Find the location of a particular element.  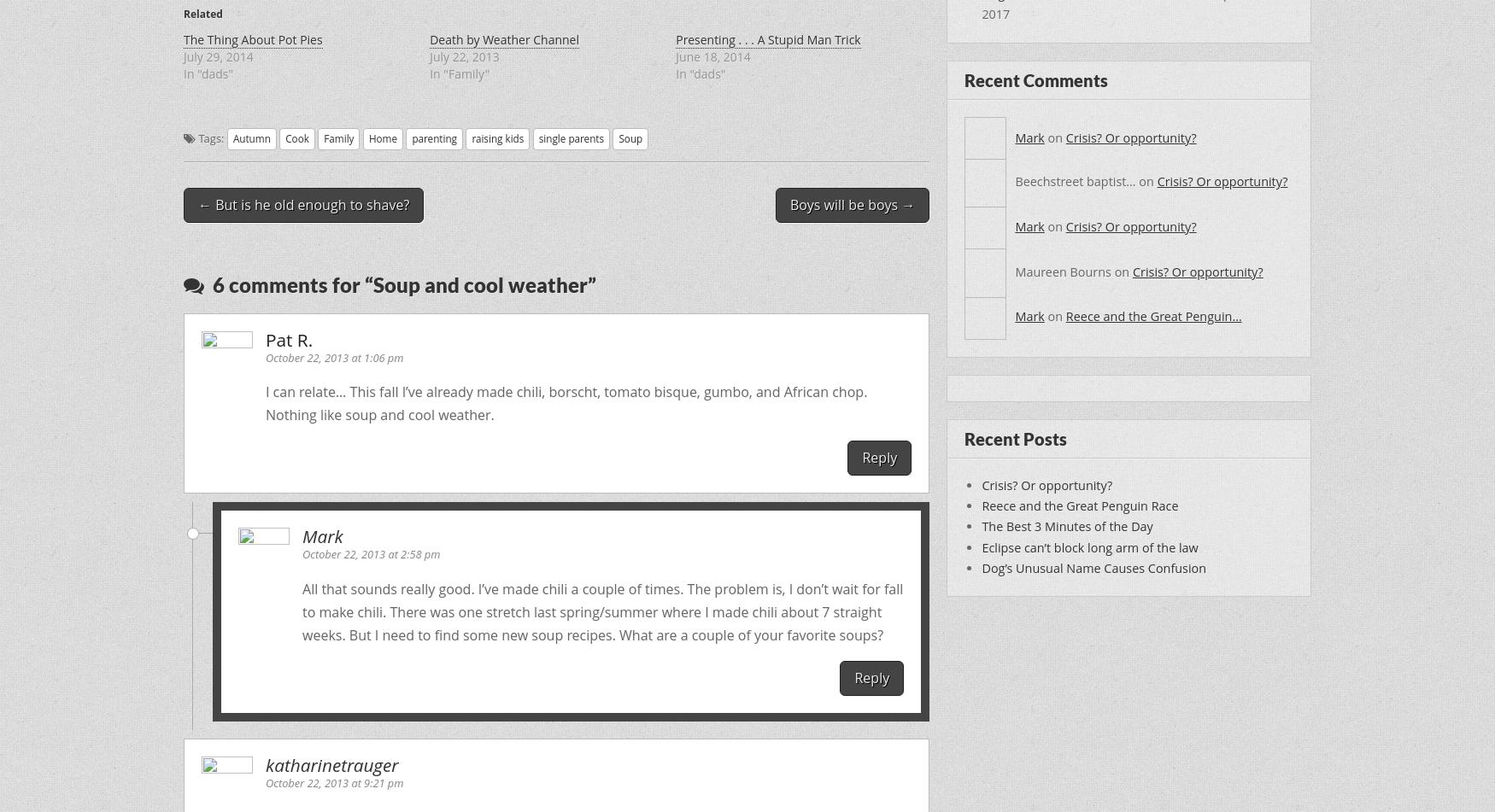

'October 22, 2013 at 9:21 pm' is located at coordinates (264, 781).